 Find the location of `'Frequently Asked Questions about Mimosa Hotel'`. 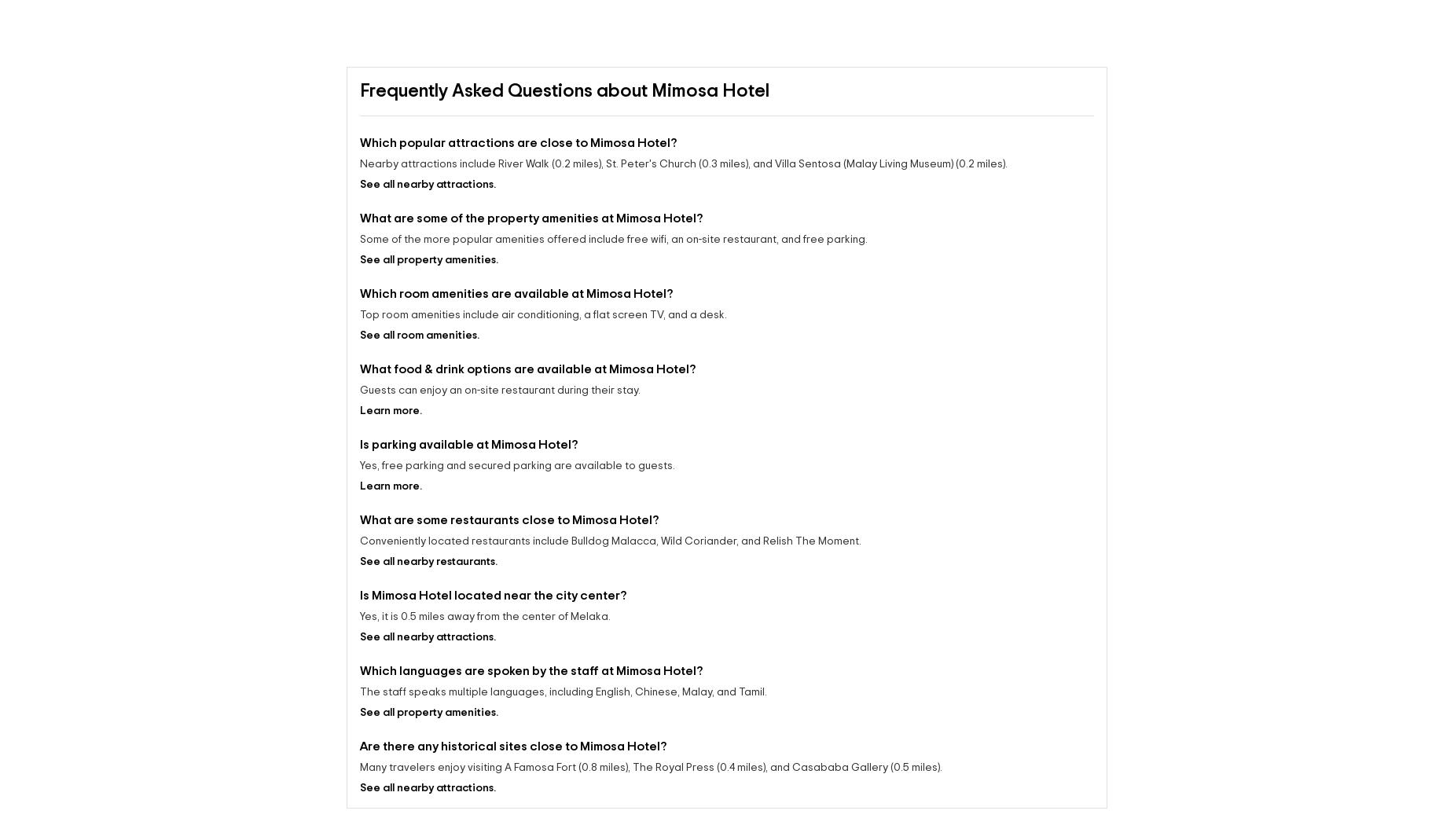

'Frequently Asked Questions about Mimosa Hotel' is located at coordinates (564, 90).